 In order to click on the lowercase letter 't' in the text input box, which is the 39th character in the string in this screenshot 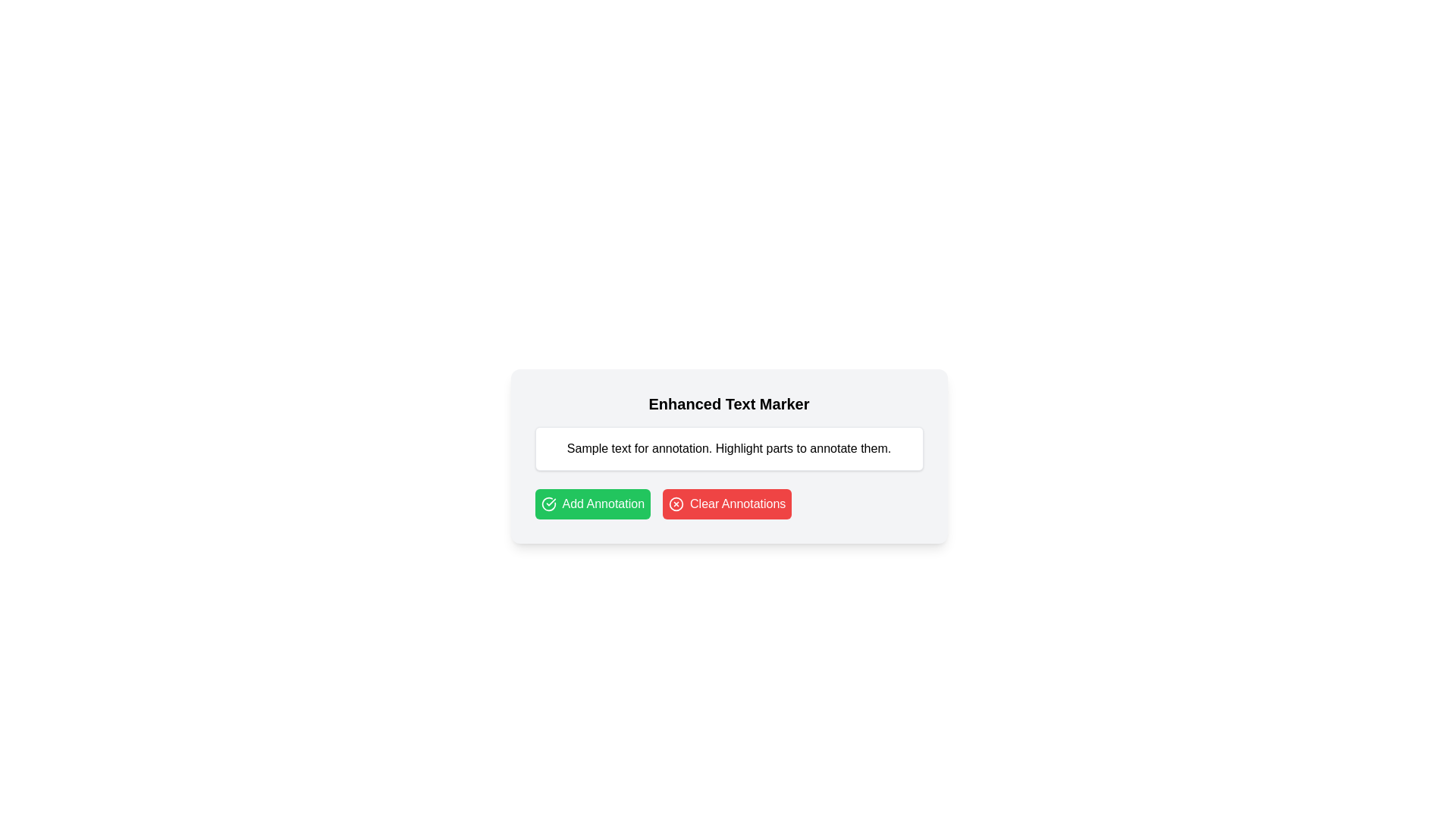, I will do `click(761, 447)`.